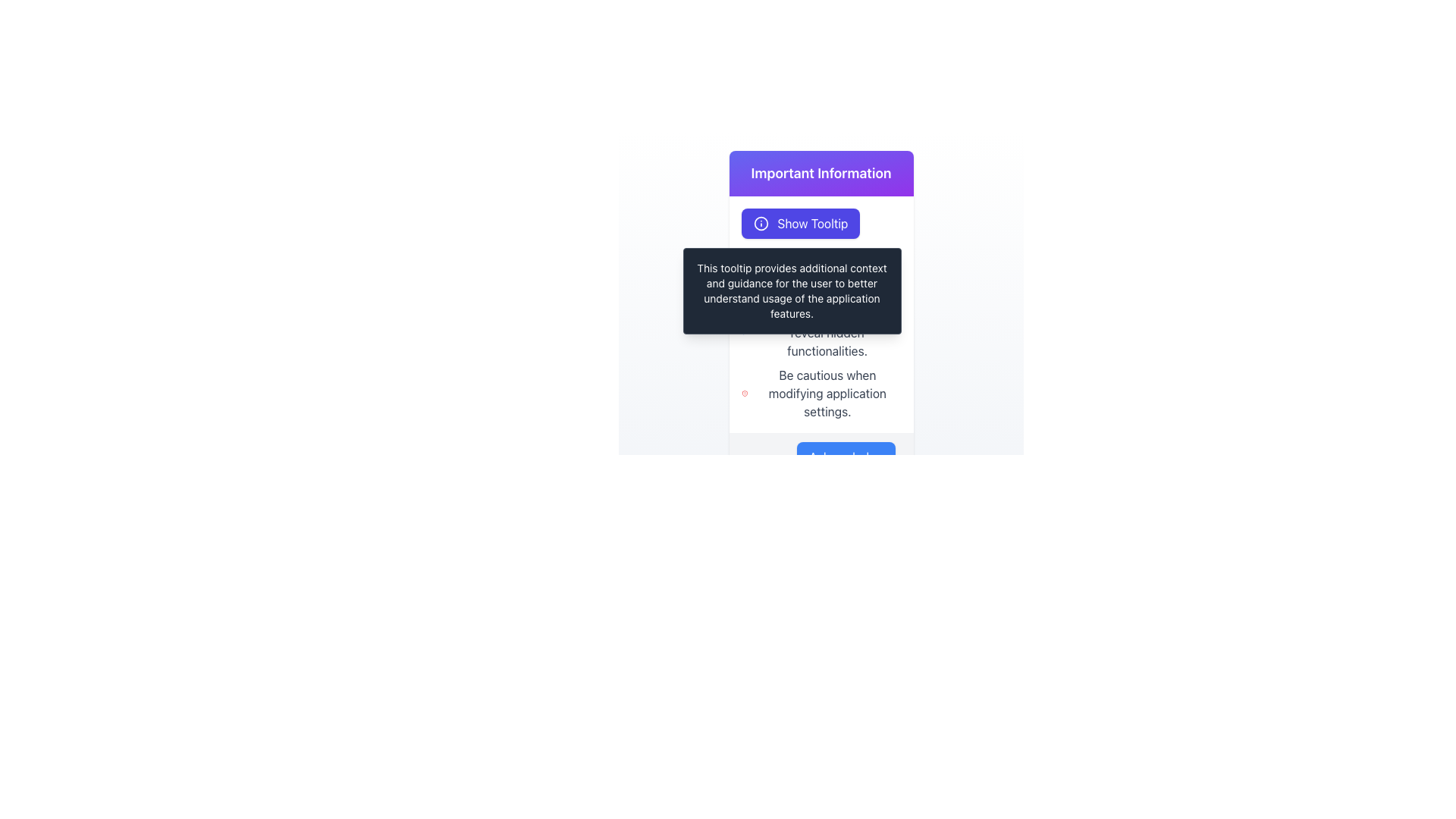 This screenshot has width=1456, height=819. Describe the element at coordinates (745, 281) in the screenshot. I see `the green checkmark icon that symbolizes completion and is positioned to the left of the text 'Ensure to follow guidelines for best practices.'` at that location.